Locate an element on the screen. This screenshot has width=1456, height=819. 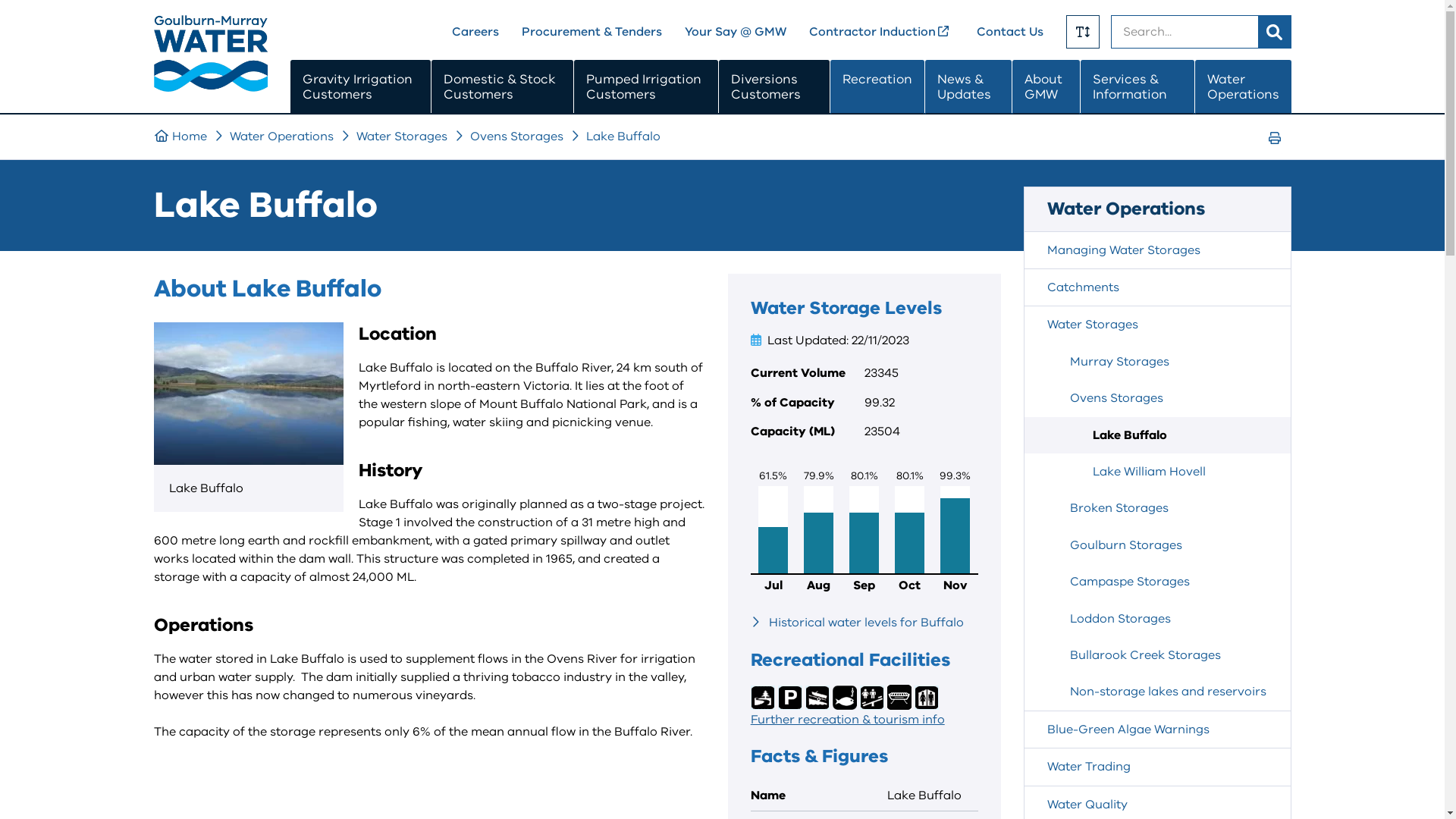
'About GMW' is located at coordinates (1044, 87).